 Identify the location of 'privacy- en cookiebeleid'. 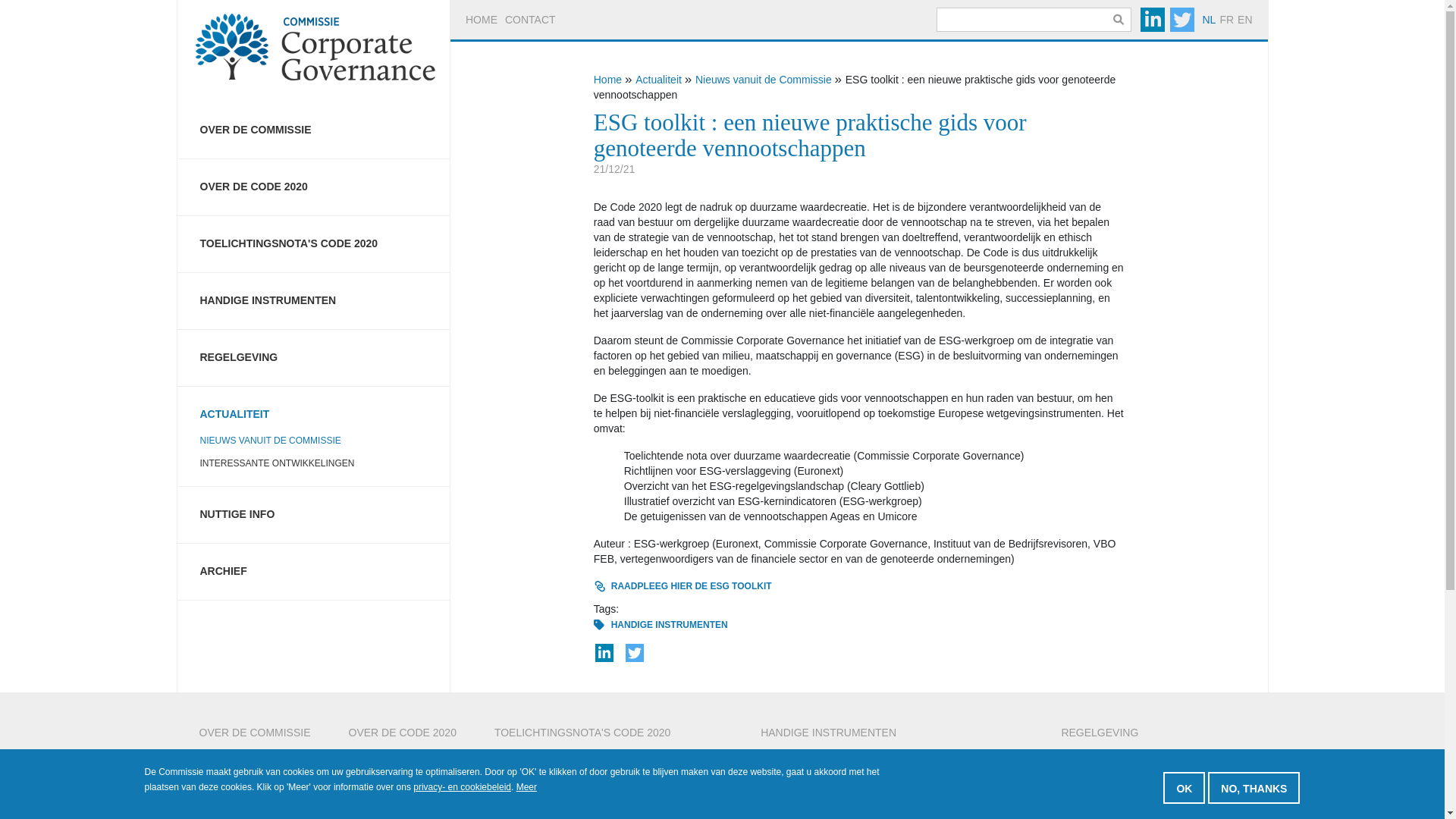
(461, 786).